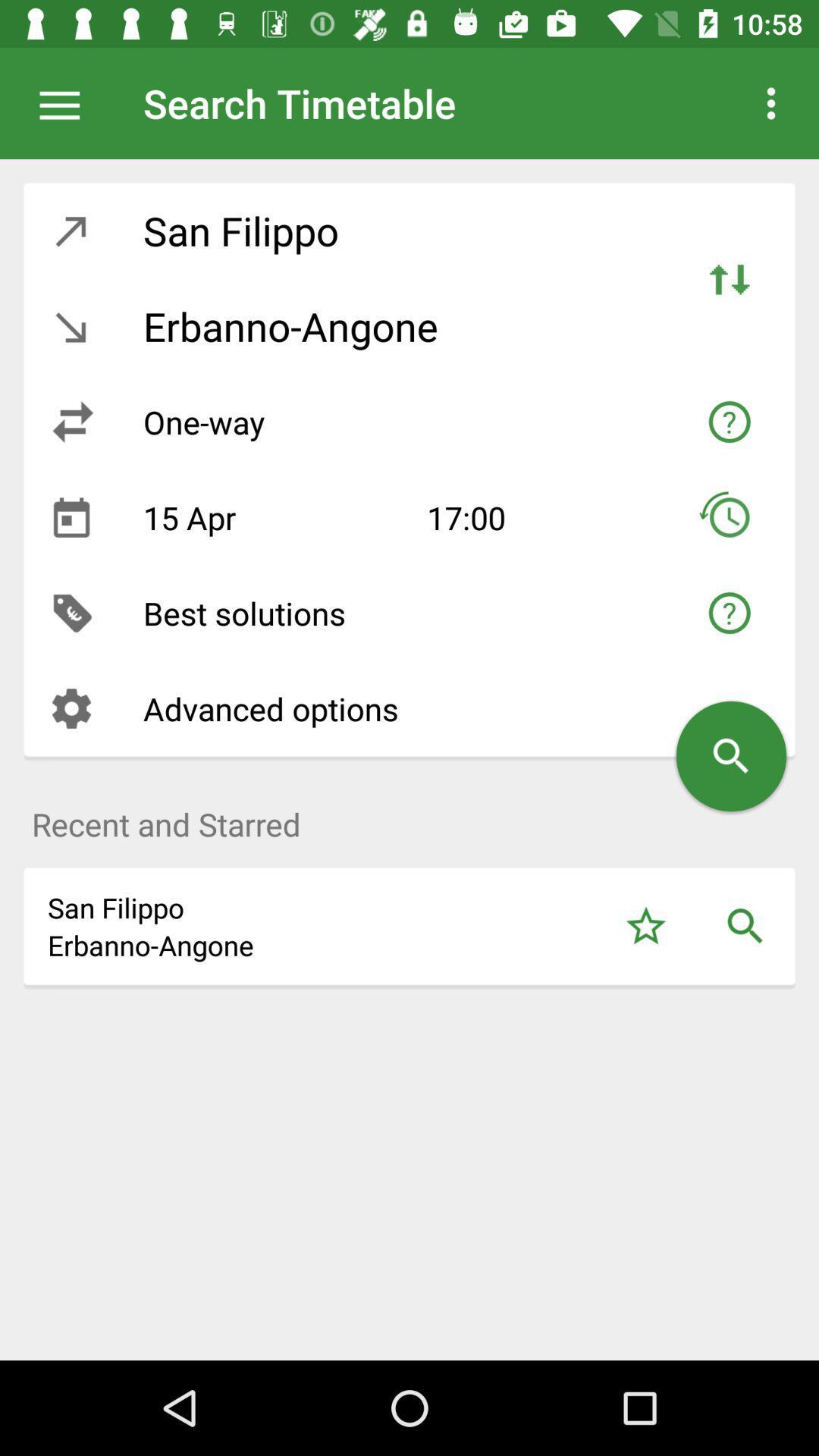 The width and height of the screenshot is (819, 1456). I want to click on the icon to the left of the search timetable, so click(67, 102).